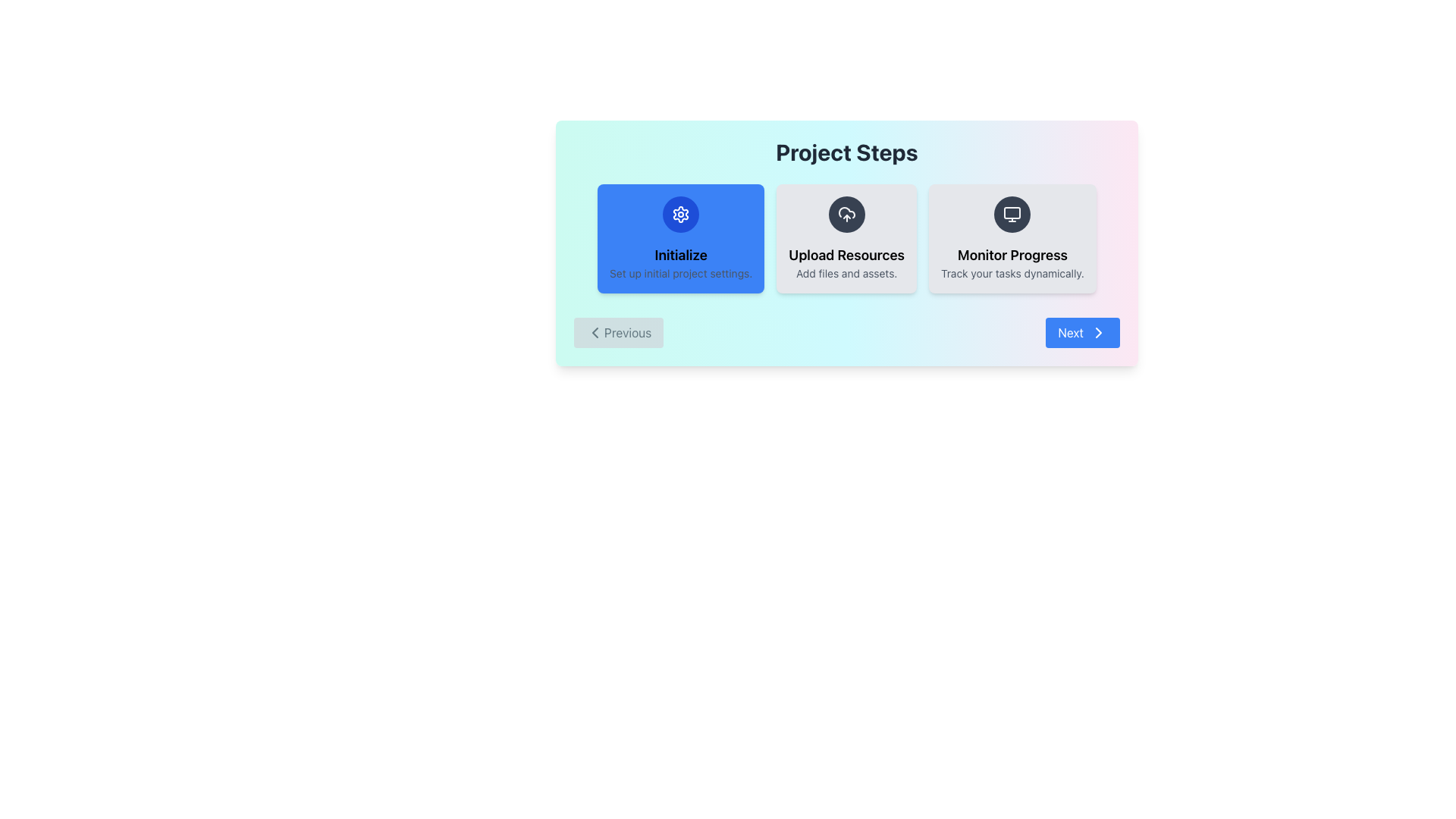 This screenshot has width=1456, height=819. Describe the element at coordinates (846, 214) in the screenshot. I see `the circular upload button with a cloud icon, located` at that location.